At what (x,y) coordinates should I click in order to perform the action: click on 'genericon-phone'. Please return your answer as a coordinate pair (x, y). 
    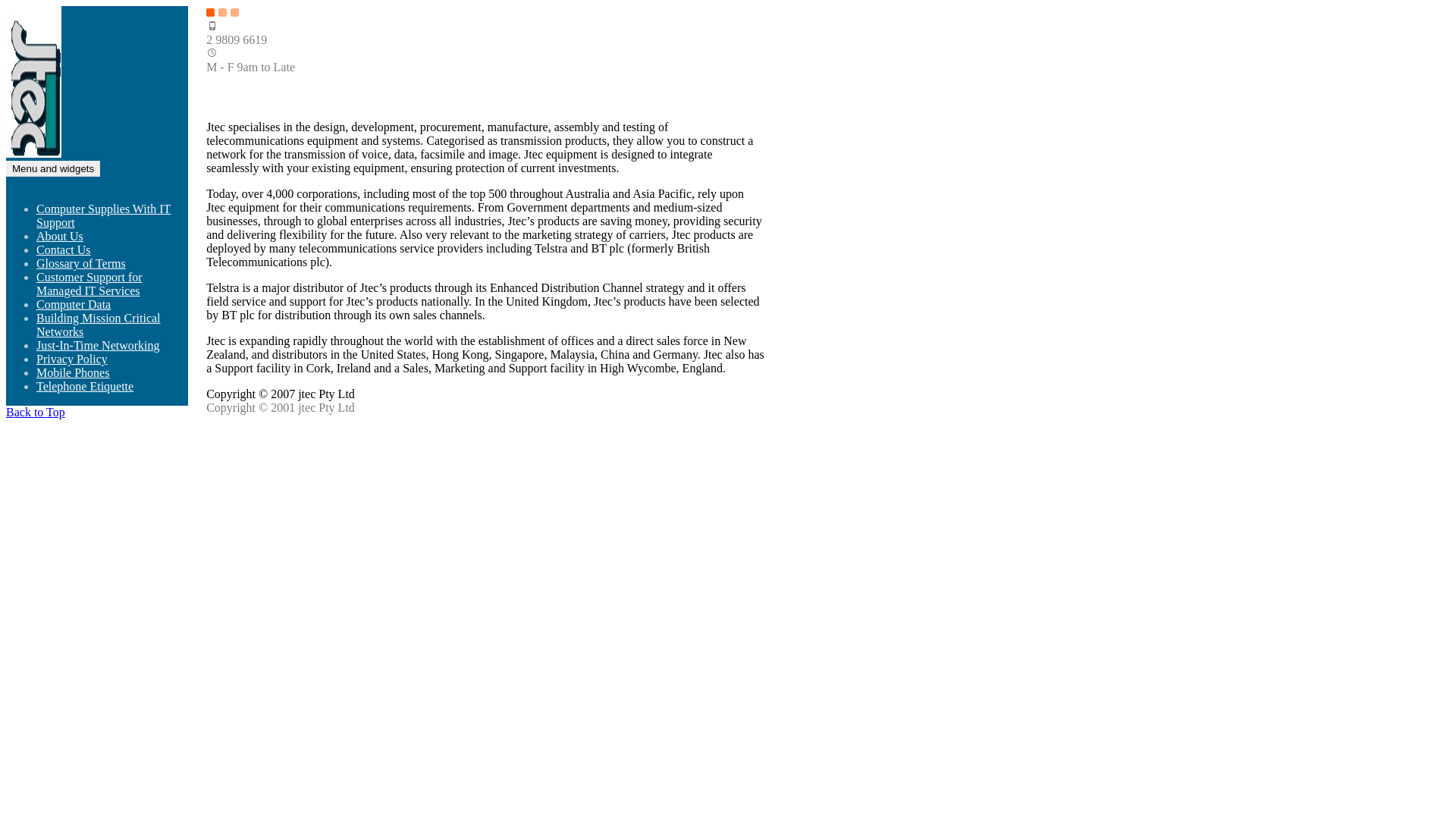
    Looking at the image, I should click on (206, 26).